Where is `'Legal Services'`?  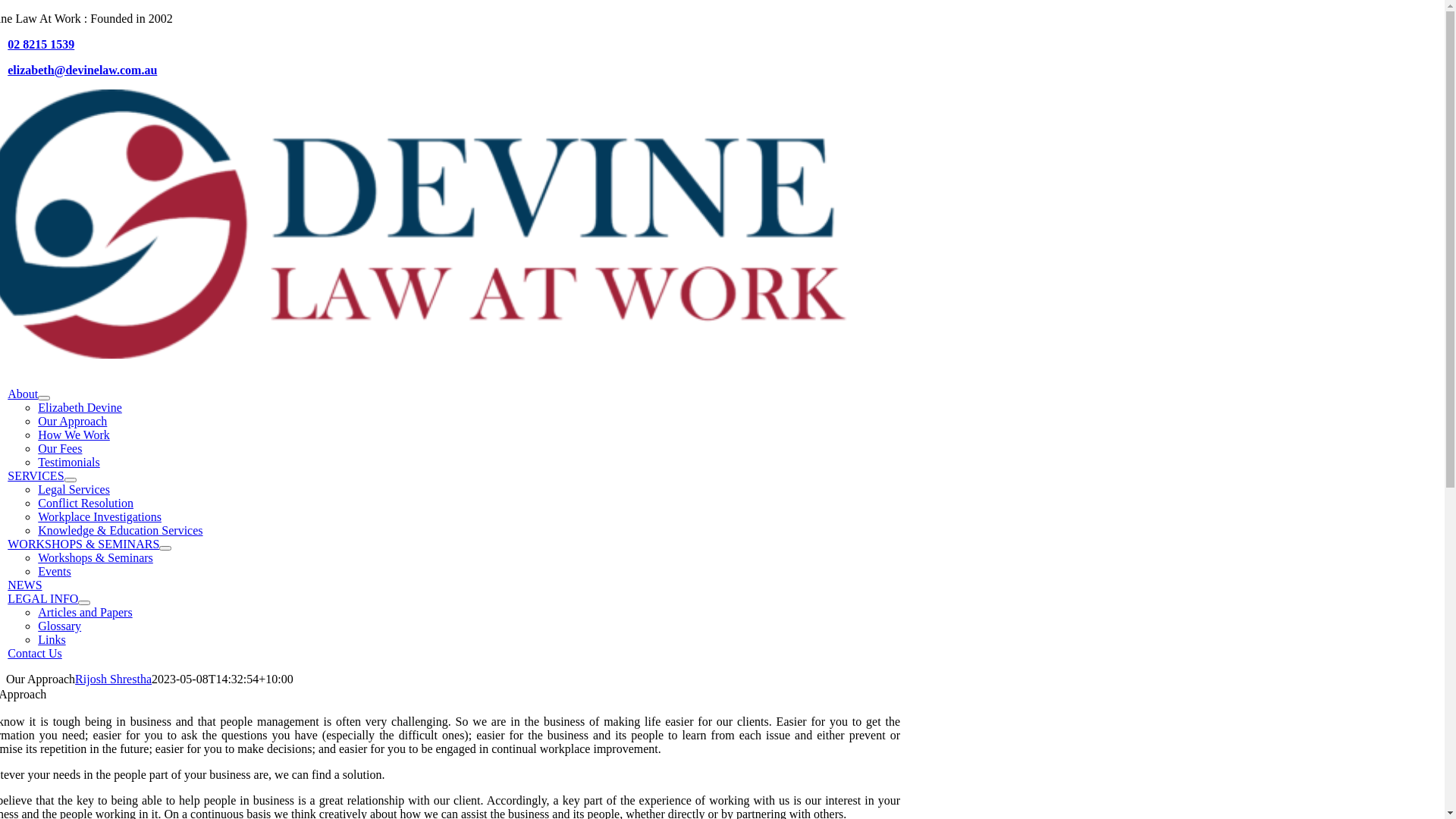
'Legal Services' is located at coordinates (73, 489).